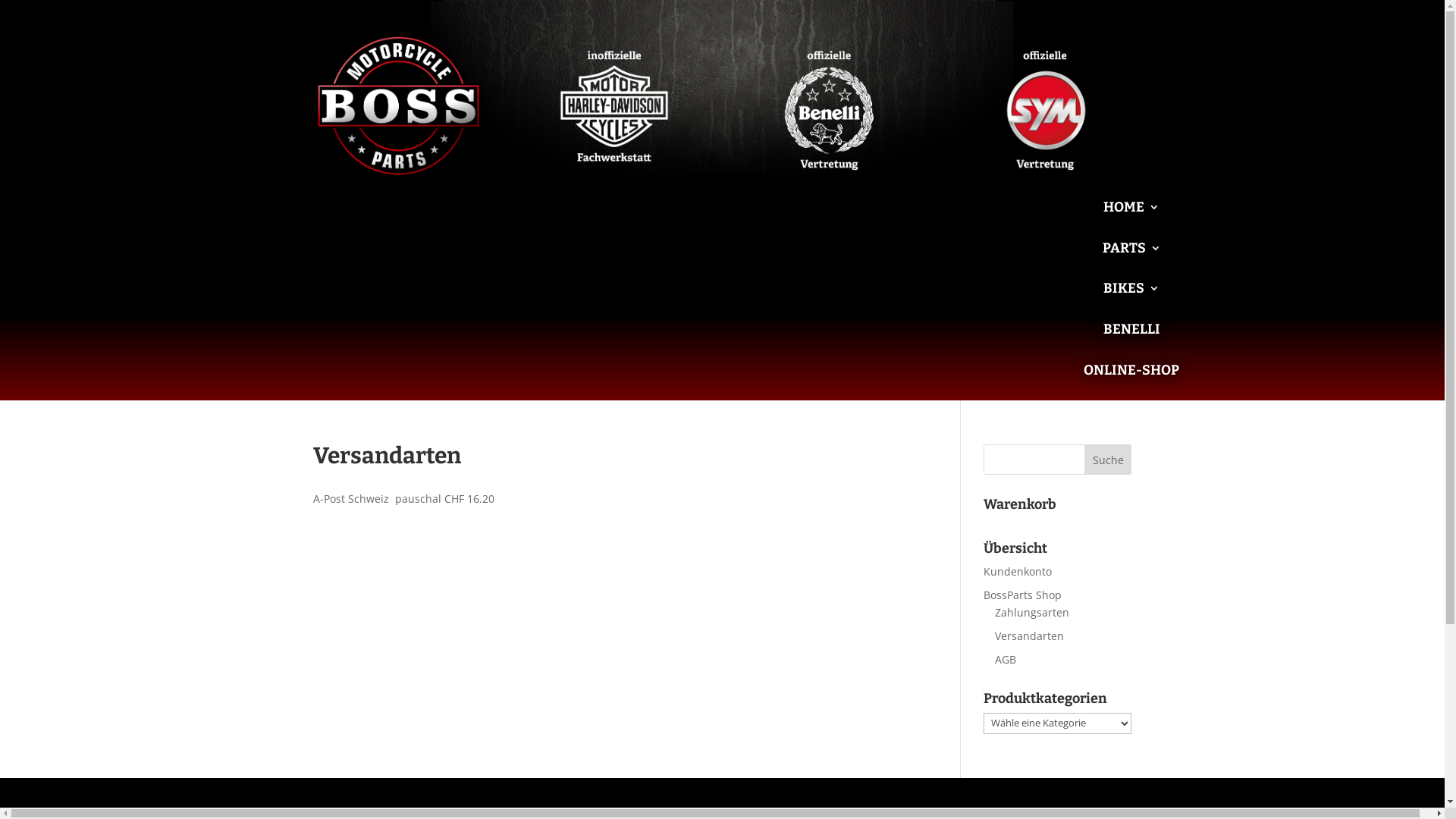 The image size is (1456, 819). What do you see at coordinates (613, 105) in the screenshot?
I see `'logo-header-harley'` at bounding box center [613, 105].